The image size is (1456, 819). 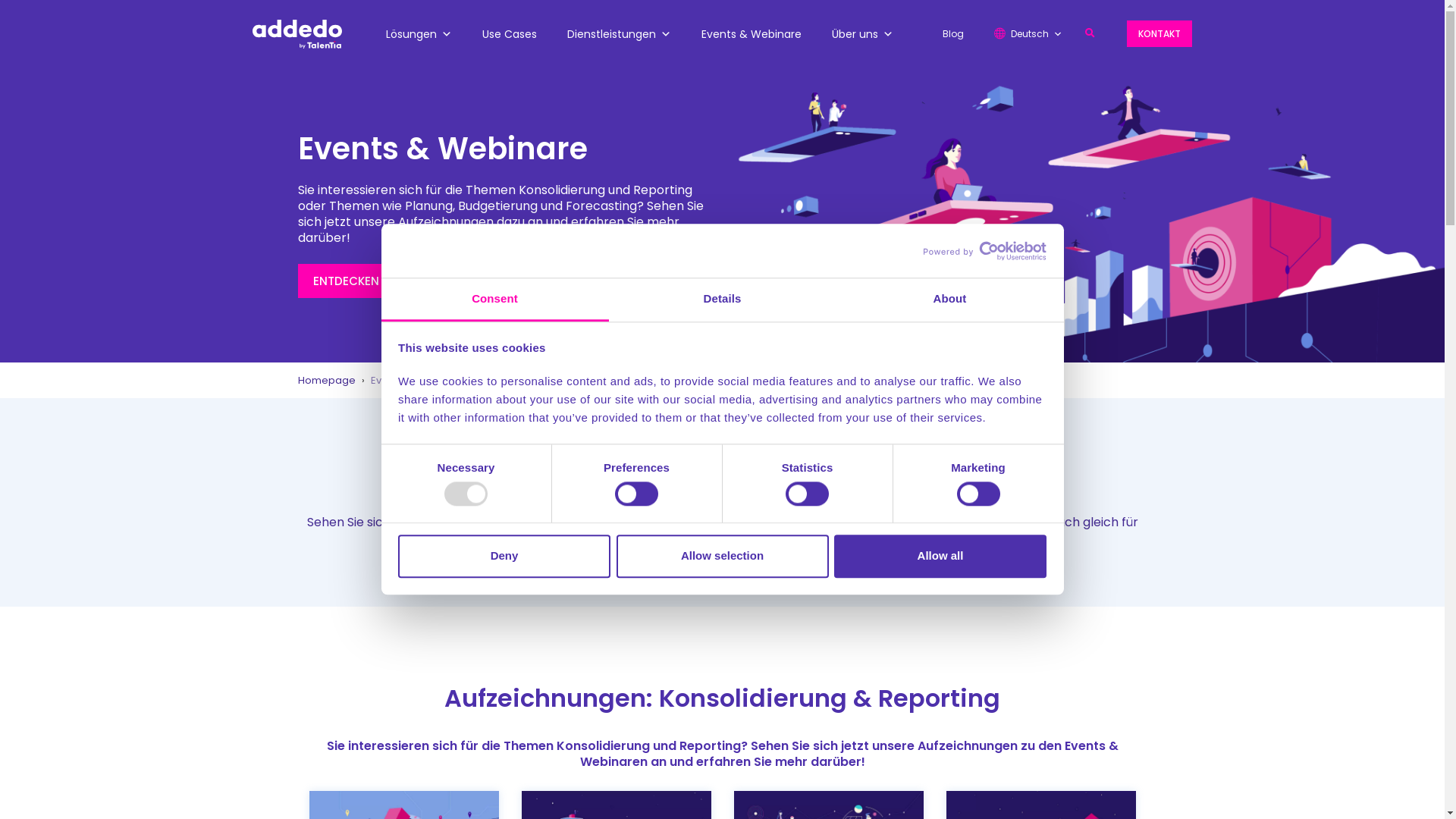 What do you see at coordinates (296, 34) in the screenshot?
I see `'Logo_Addedo-by-Talentia'` at bounding box center [296, 34].